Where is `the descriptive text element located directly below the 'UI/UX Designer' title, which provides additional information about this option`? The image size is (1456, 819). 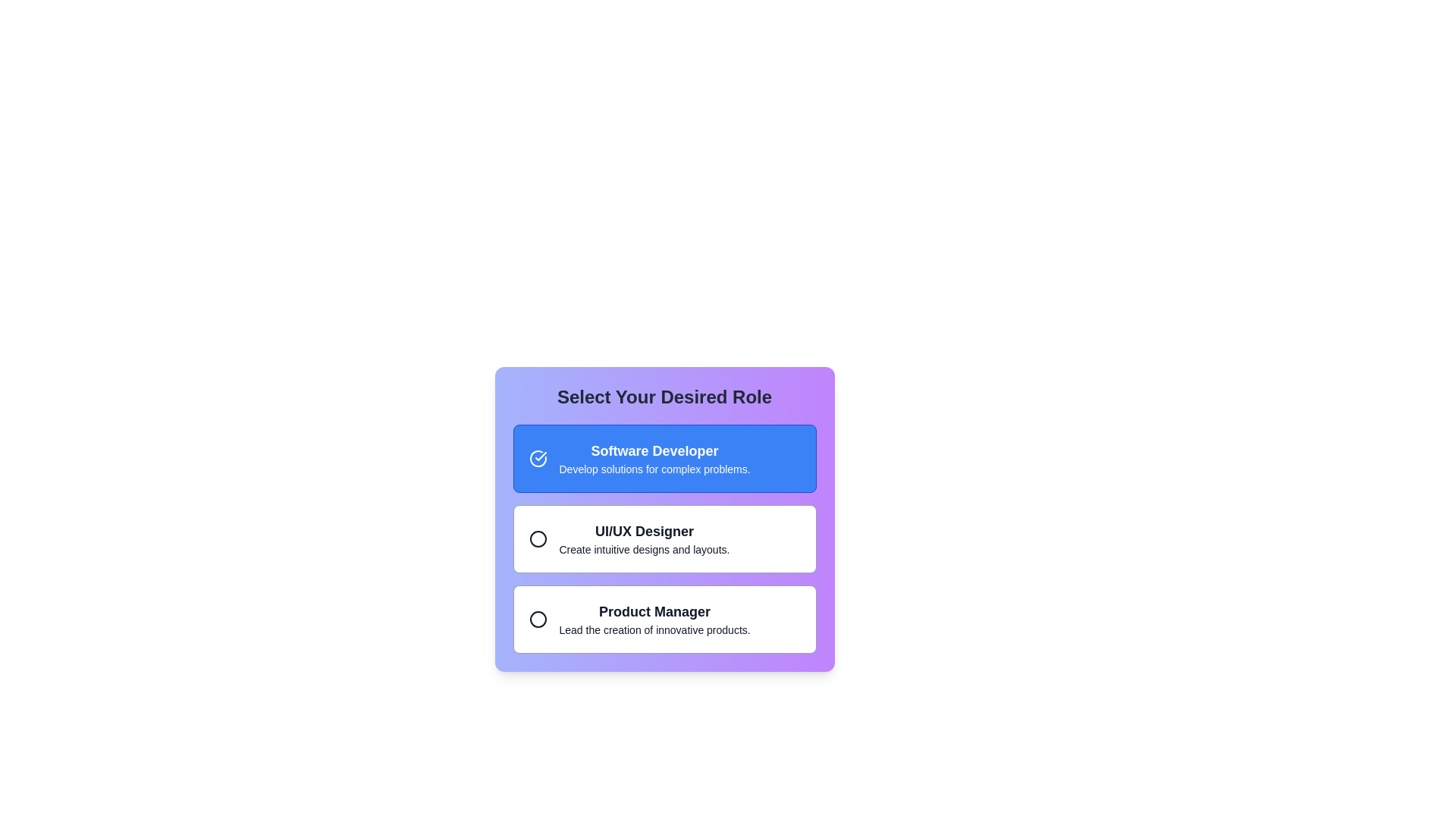
the descriptive text element located directly below the 'UI/UX Designer' title, which provides additional information about this option is located at coordinates (644, 550).